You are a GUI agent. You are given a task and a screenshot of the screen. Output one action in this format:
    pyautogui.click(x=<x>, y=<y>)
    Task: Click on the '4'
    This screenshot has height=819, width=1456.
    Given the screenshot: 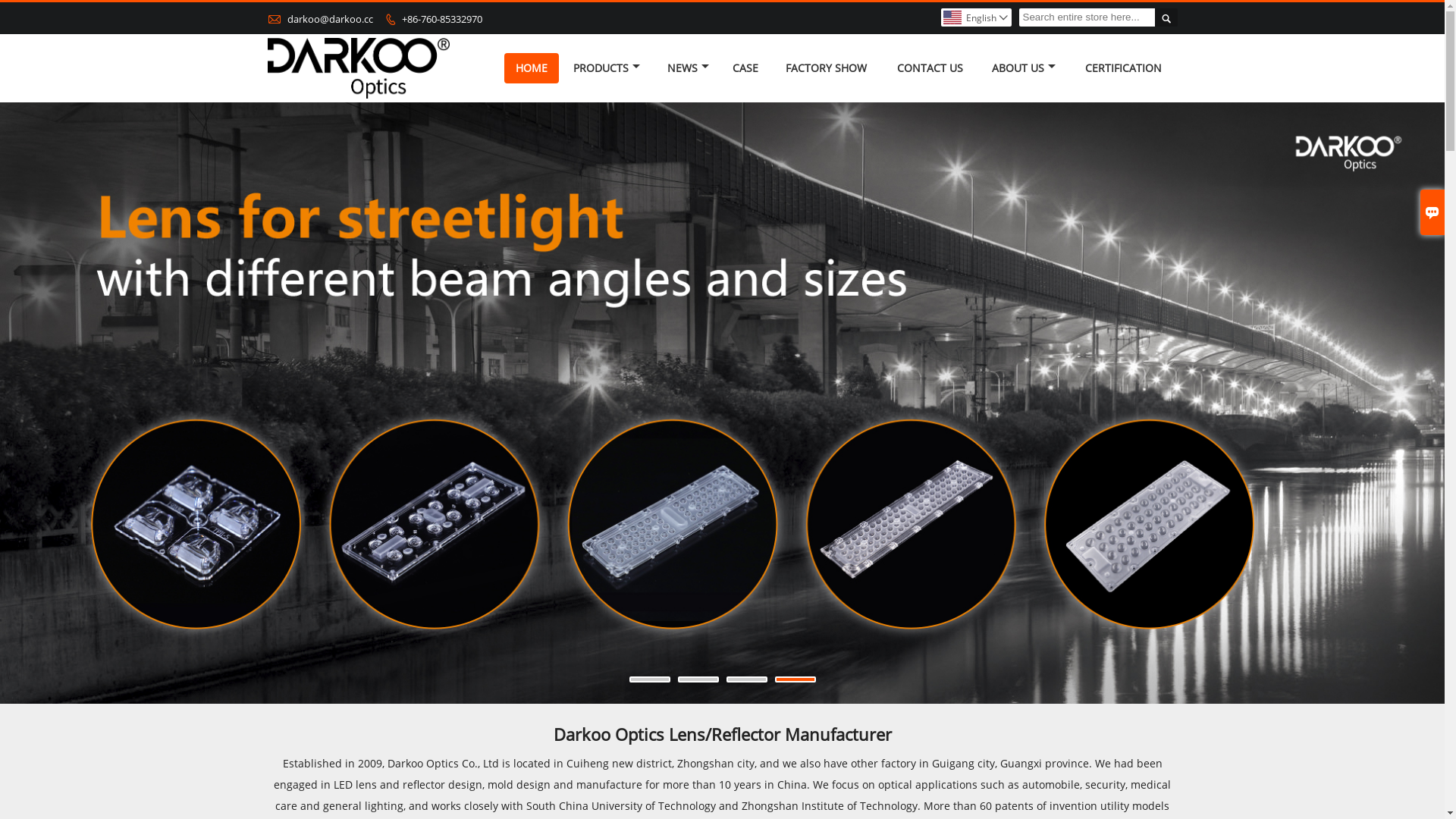 What is the action you would take?
    pyautogui.click(x=795, y=678)
    